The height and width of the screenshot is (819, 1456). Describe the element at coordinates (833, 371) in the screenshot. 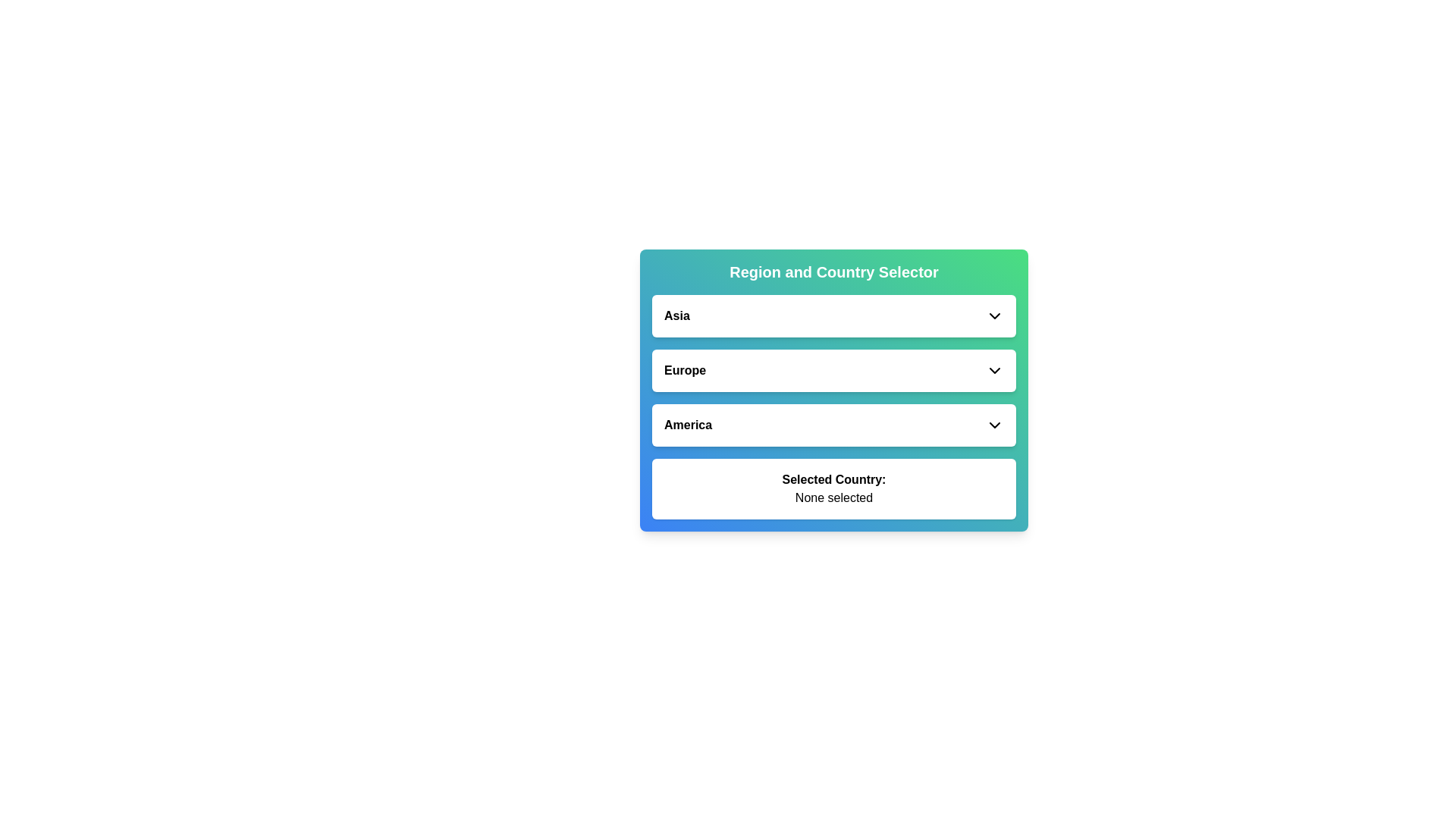

I see `the button for selecting options related to the 'Europe' region` at that location.